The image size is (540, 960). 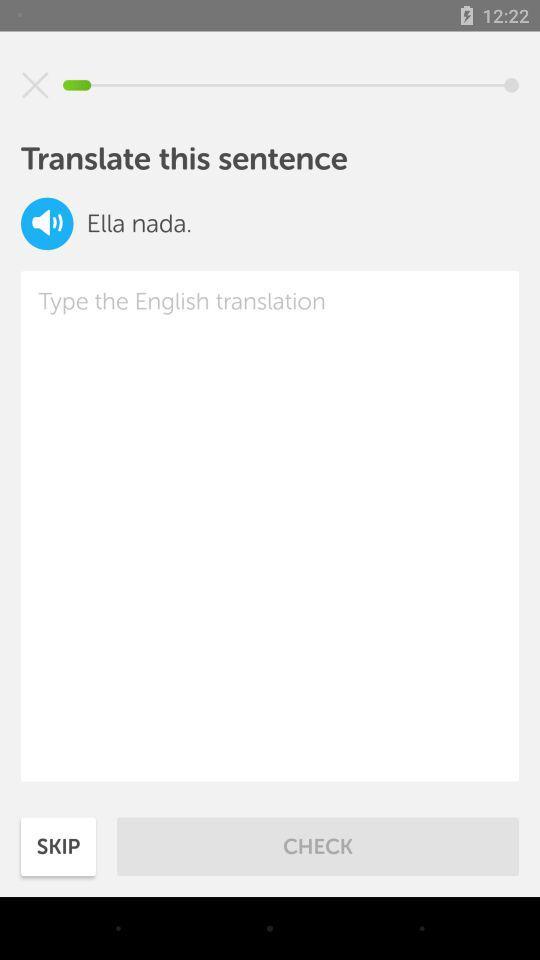 I want to click on write text, so click(x=270, y=525).